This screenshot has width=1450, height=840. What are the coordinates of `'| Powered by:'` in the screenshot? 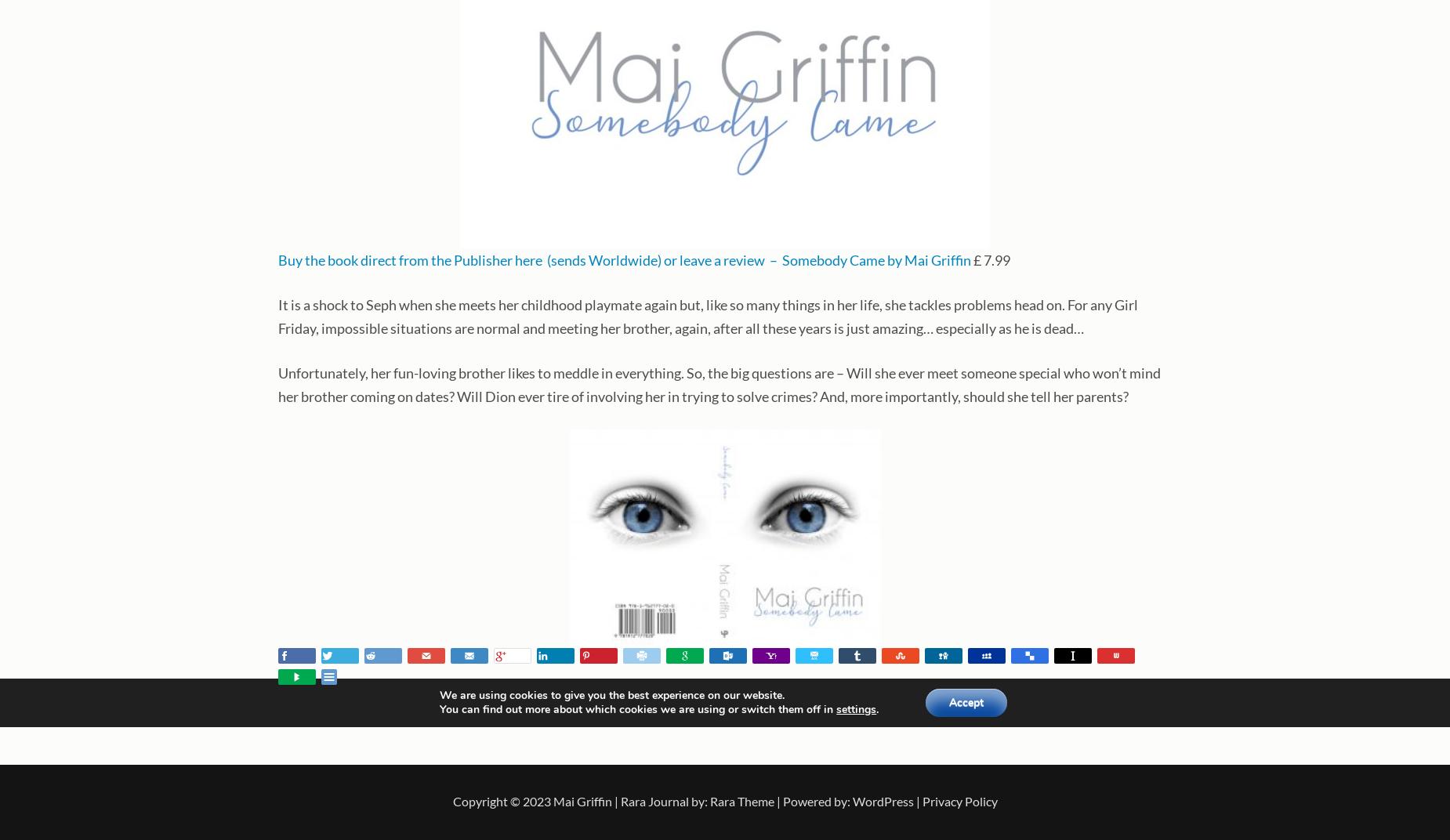 It's located at (811, 801).